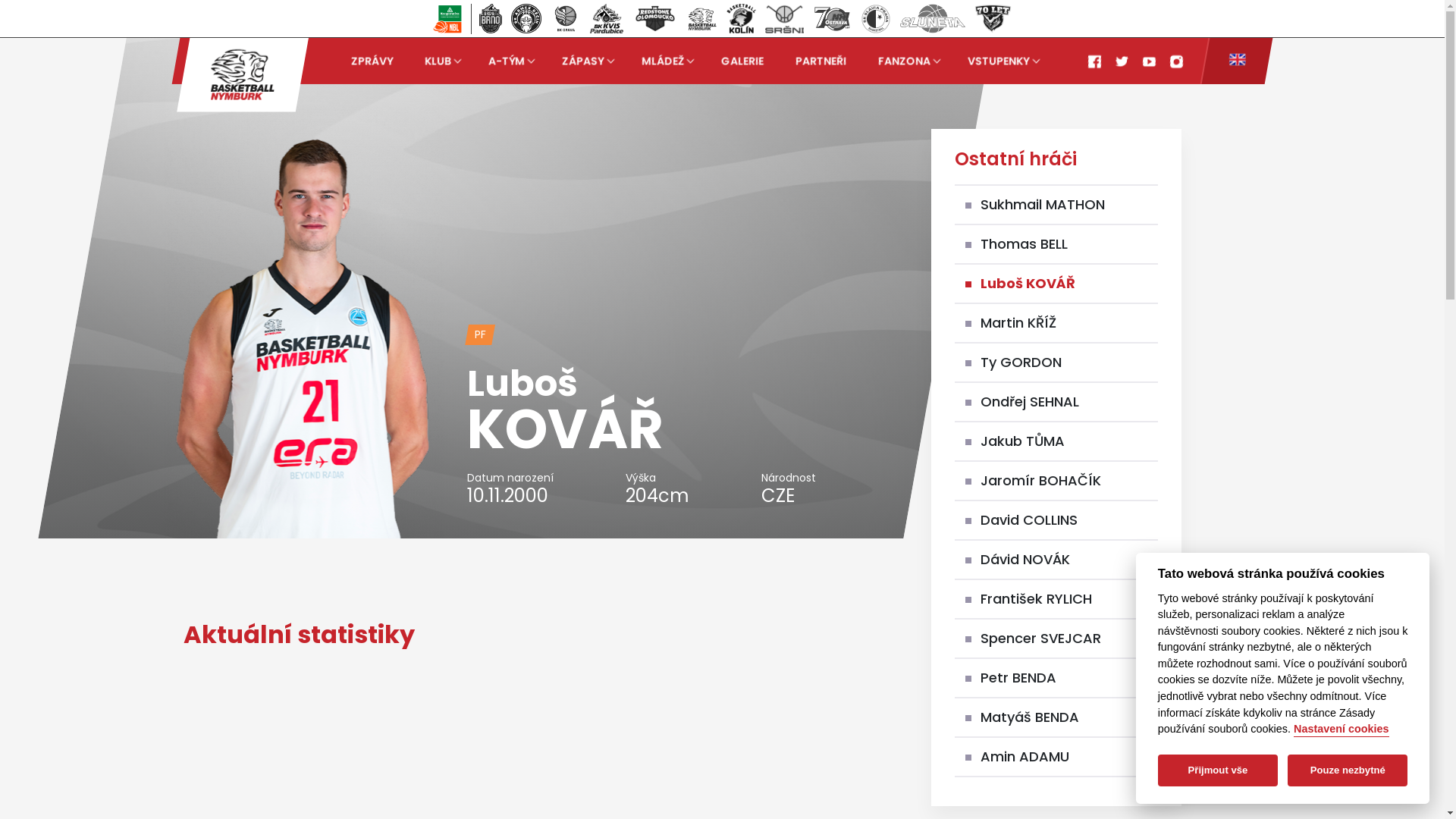 This screenshot has width=1456, height=819. I want to click on 'BK Redstone Olomoucko (5.)', so click(628, 17).